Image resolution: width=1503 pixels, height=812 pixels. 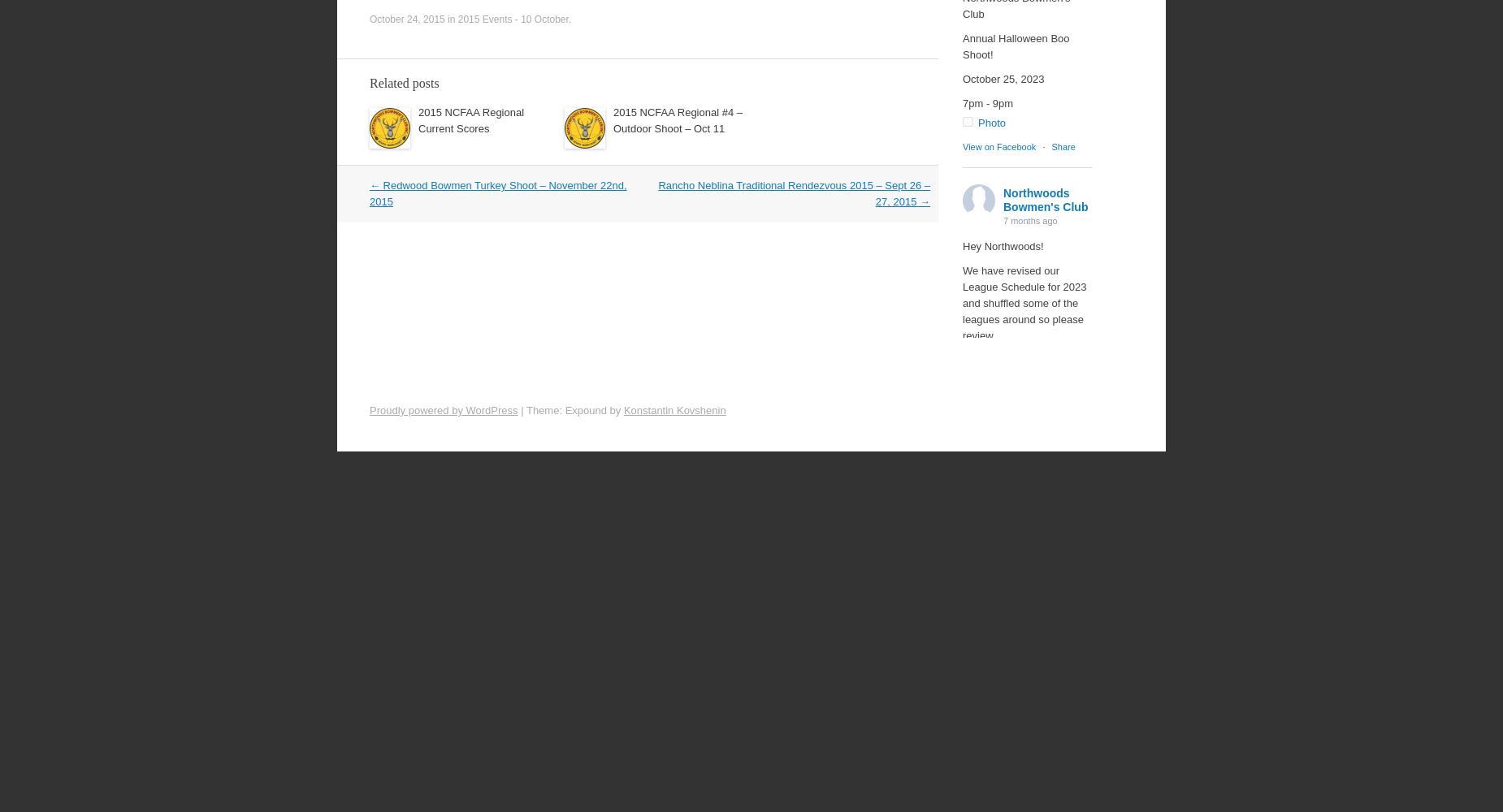 What do you see at coordinates (569, 19) in the screenshot?
I see `'.'` at bounding box center [569, 19].